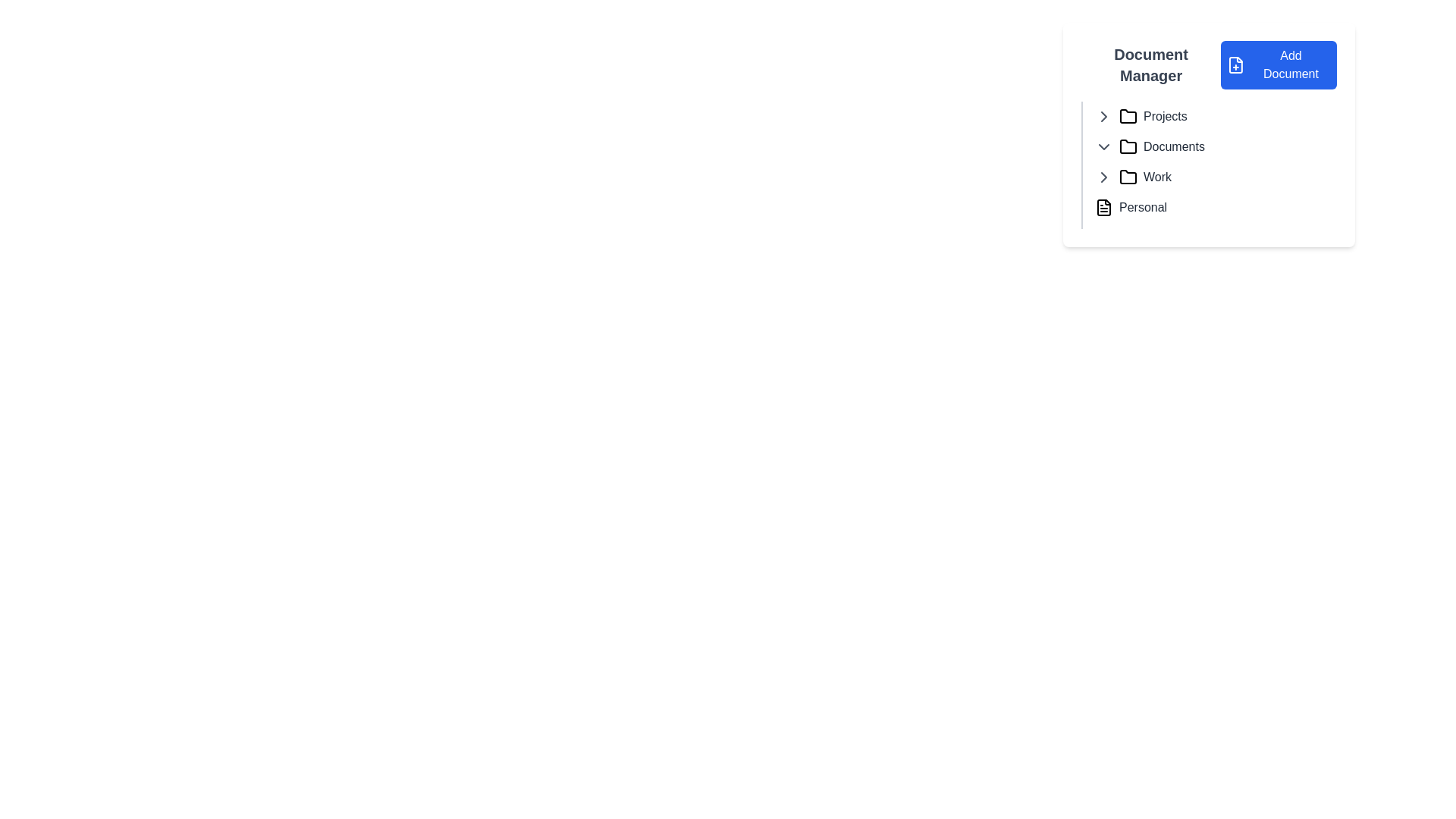  I want to click on the 'Work' folder item located within the 'Documents' section of the Document Manager, so click(1216, 177).